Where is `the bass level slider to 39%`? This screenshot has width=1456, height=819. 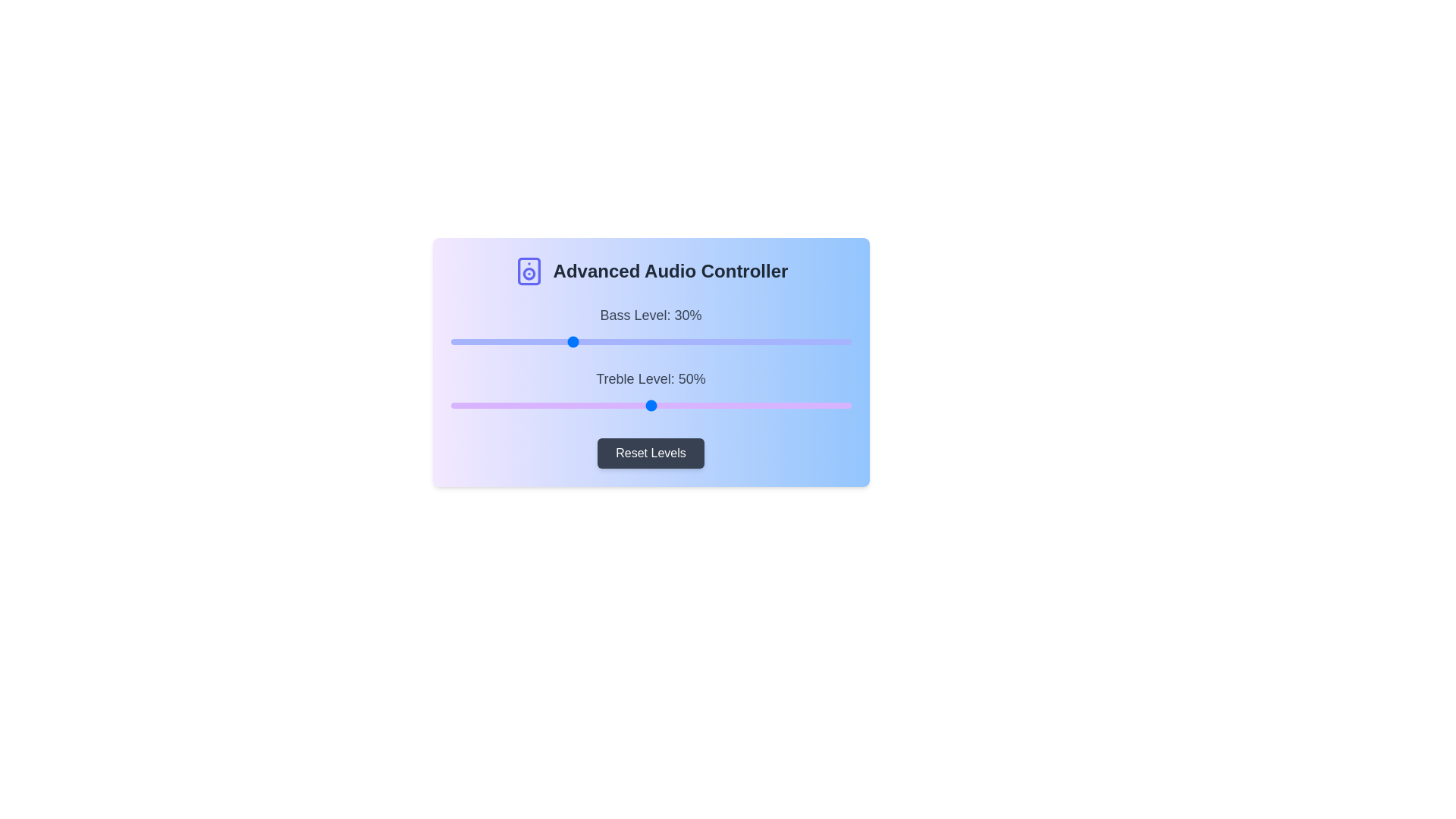
the bass level slider to 39% is located at coordinates (607, 342).